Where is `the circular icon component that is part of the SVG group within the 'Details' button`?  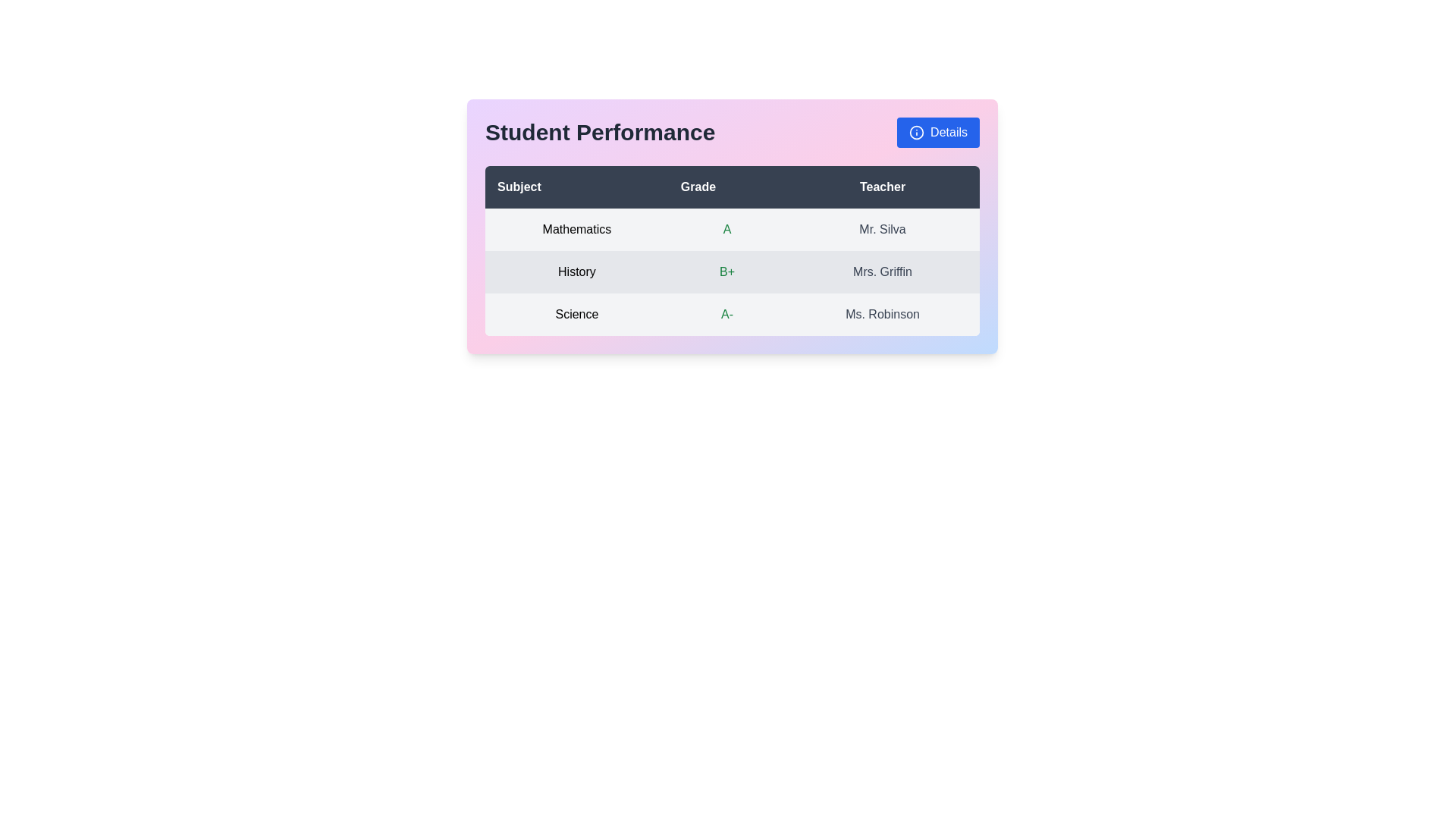 the circular icon component that is part of the SVG group within the 'Details' button is located at coordinates (916, 131).